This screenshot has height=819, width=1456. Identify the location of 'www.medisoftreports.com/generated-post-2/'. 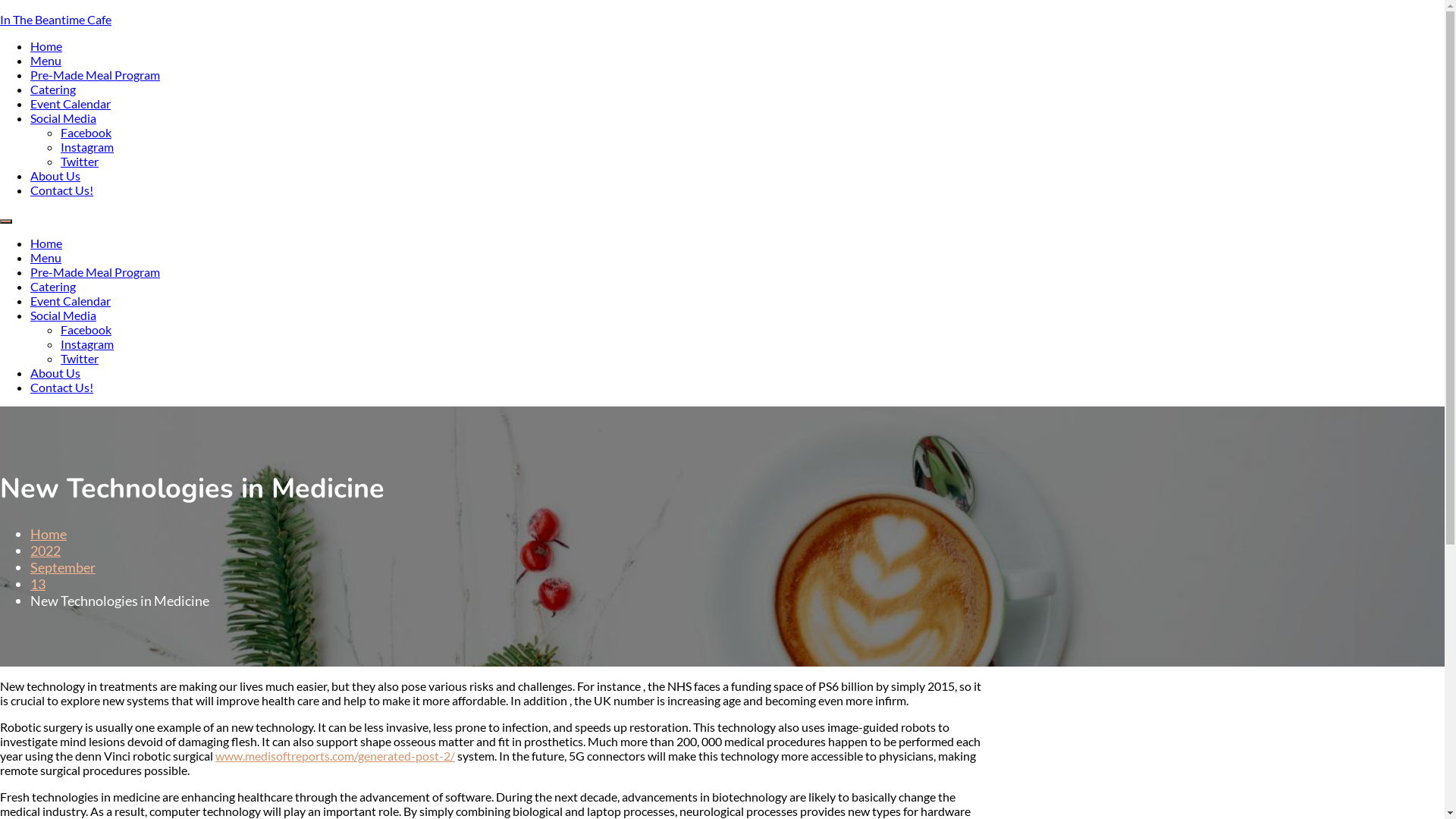
(334, 755).